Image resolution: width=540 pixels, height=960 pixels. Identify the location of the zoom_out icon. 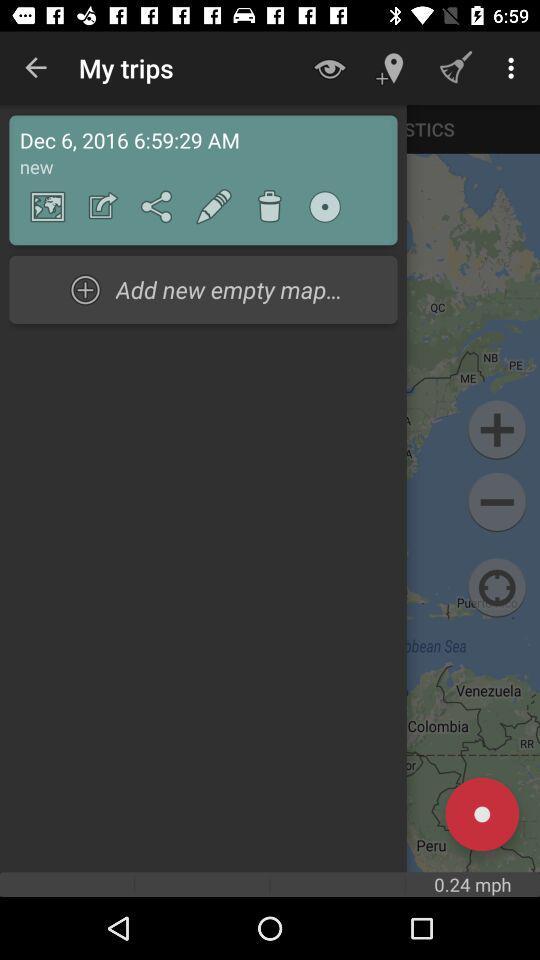
(496, 501).